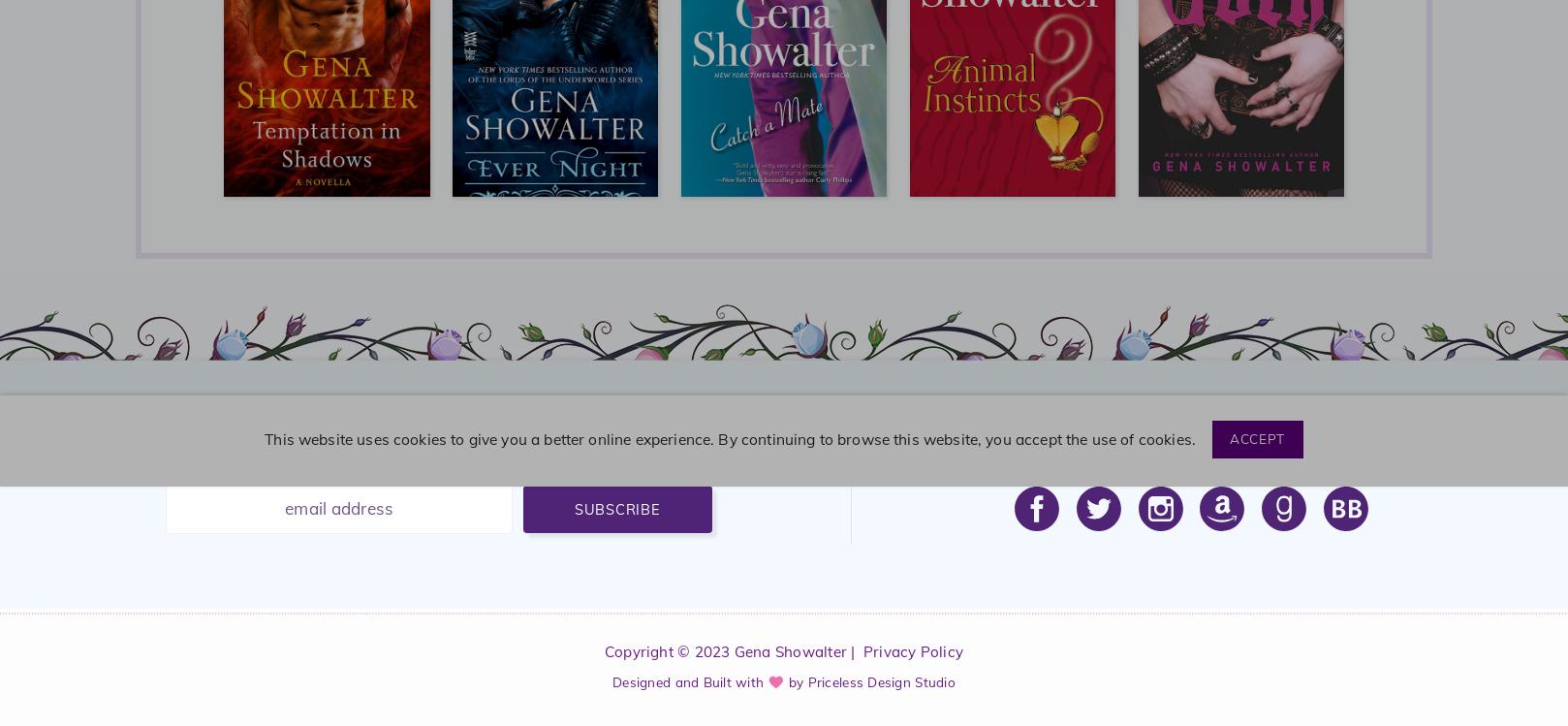  What do you see at coordinates (724, 650) in the screenshot?
I see `'Copyright © 2023 Gena Showalter'` at bounding box center [724, 650].